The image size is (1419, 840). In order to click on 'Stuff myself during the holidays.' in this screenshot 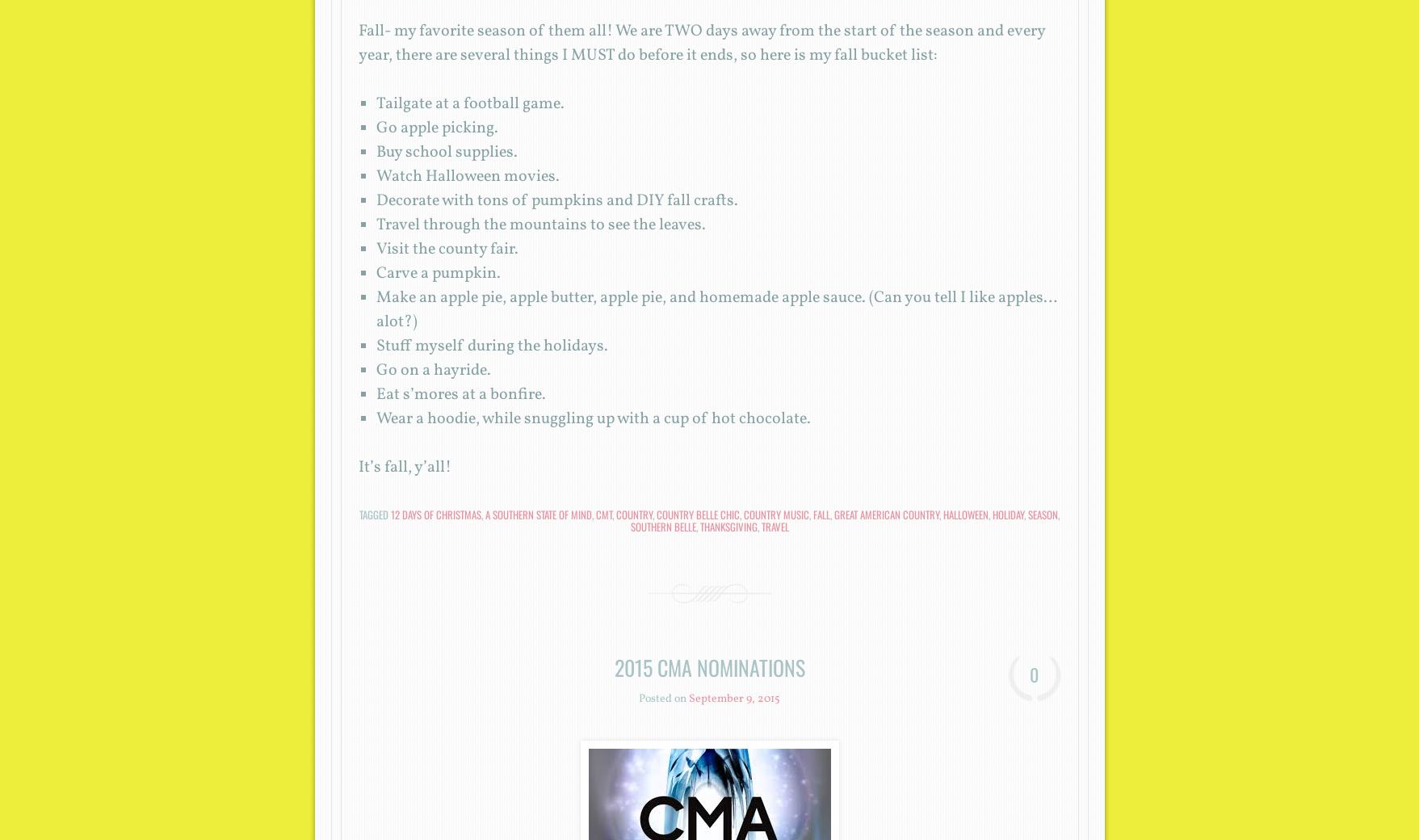, I will do `click(491, 346)`.